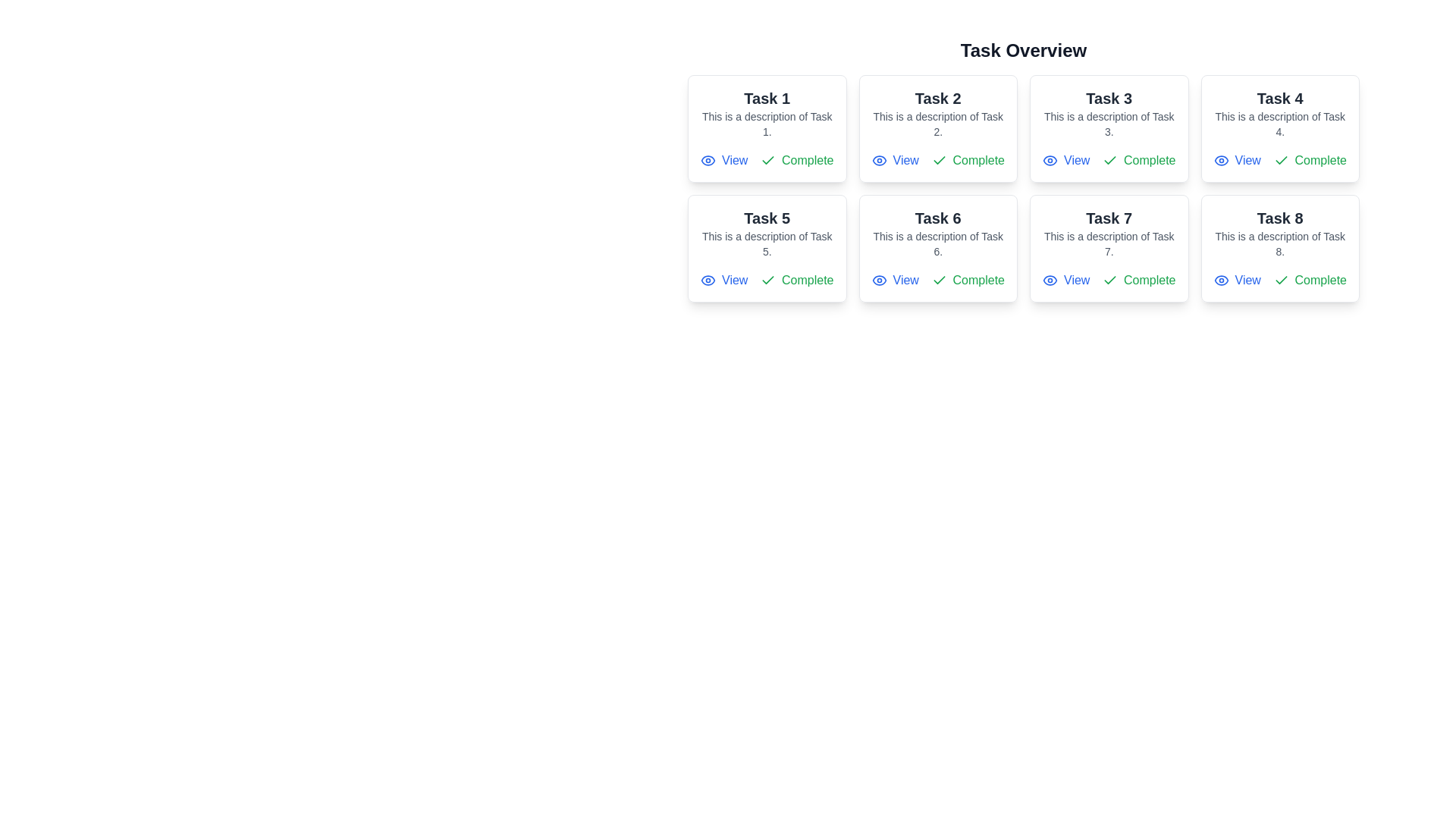 Image resolution: width=1456 pixels, height=819 pixels. I want to click on static text field that contains the description 'This is a description of Task 6.' located below the title 'Task 6' in the task card, so click(937, 243).